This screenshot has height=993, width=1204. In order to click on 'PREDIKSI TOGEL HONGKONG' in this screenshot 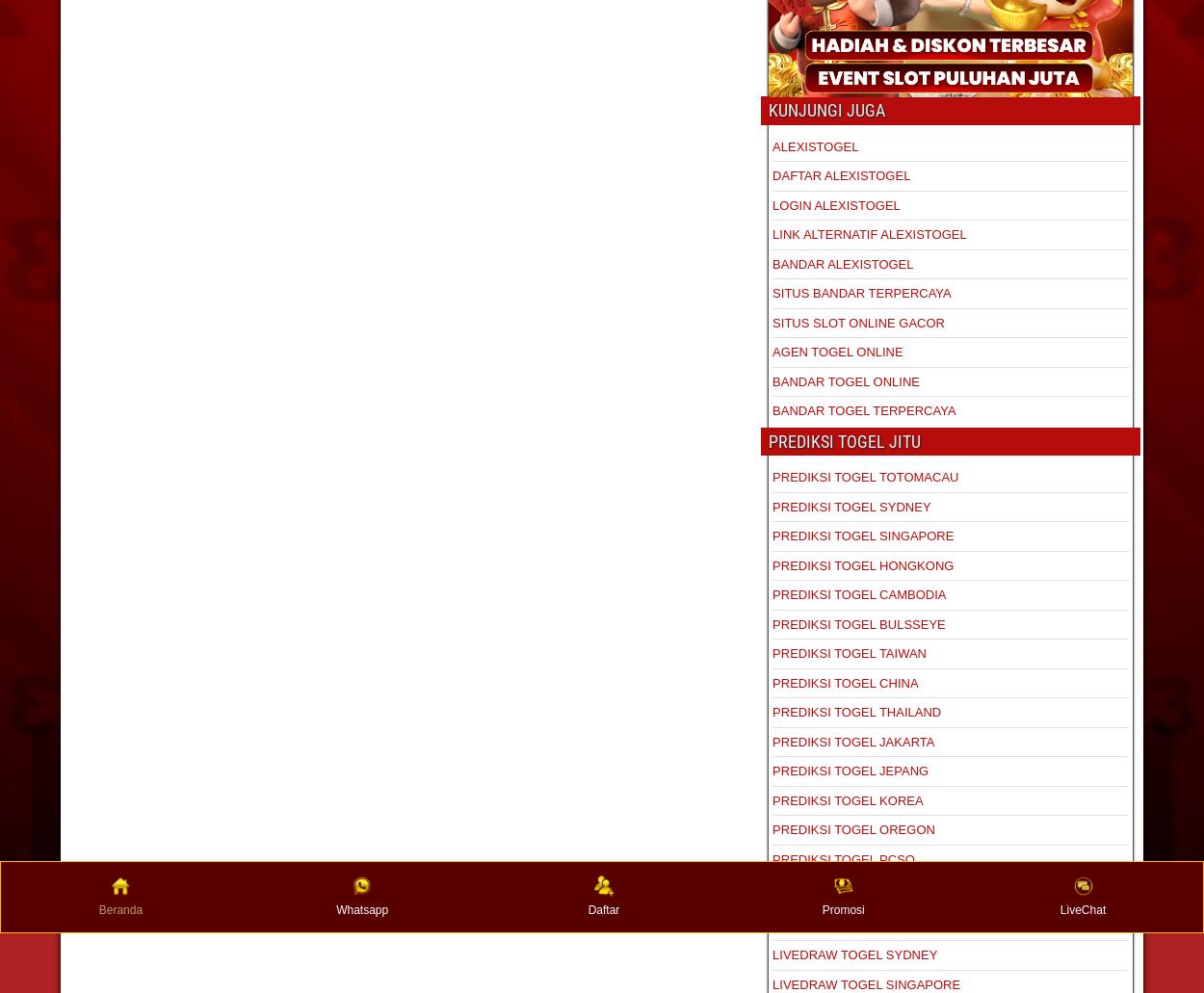, I will do `click(863, 563)`.